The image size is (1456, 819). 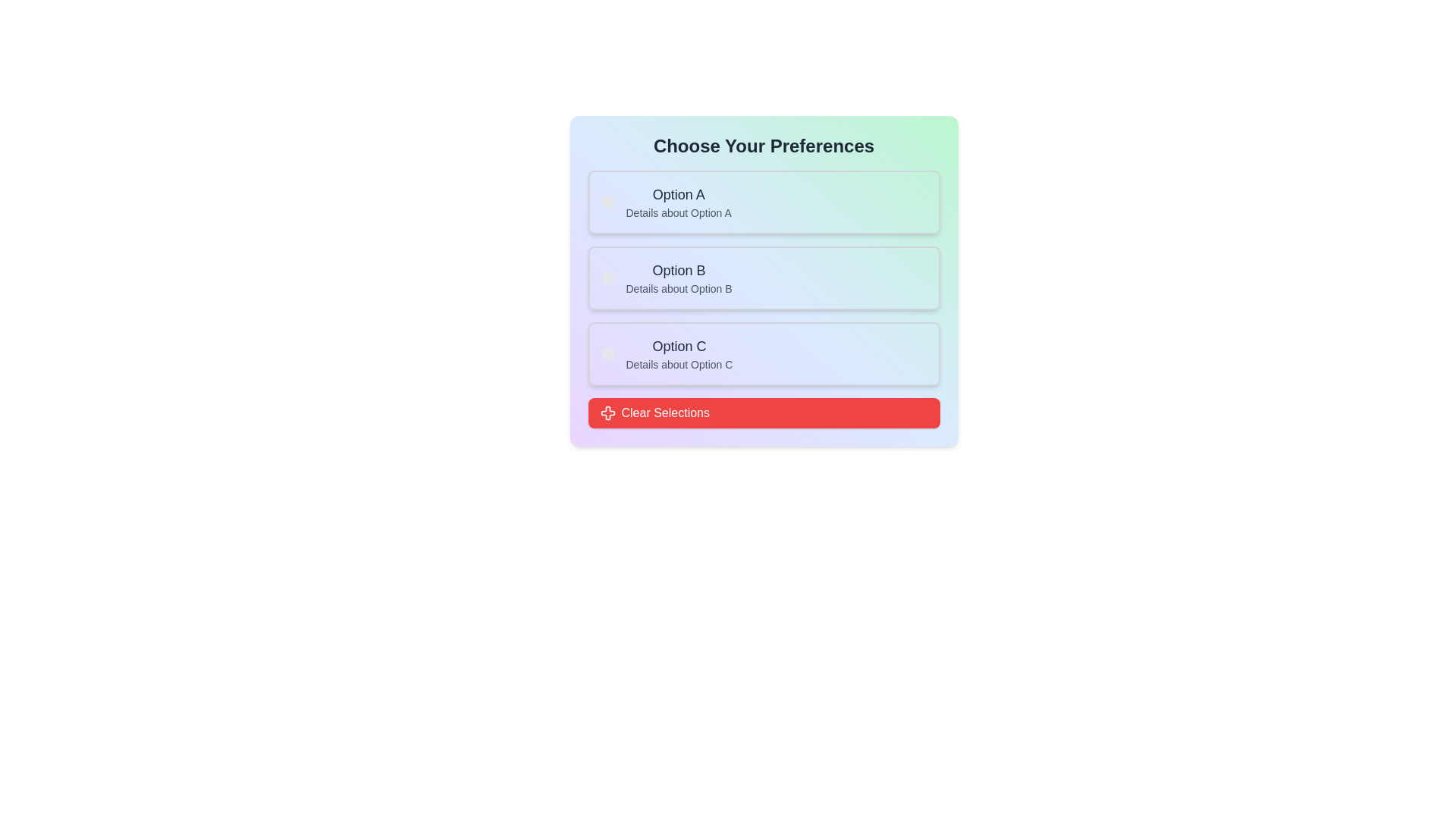 What do you see at coordinates (678, 365) in the screenshot?
I see `the text label reading 'Details about Option C', which is a smaller gray text displayed beneath the larger title 'Option C' within the third card of options` at bounding box center [678, 365].